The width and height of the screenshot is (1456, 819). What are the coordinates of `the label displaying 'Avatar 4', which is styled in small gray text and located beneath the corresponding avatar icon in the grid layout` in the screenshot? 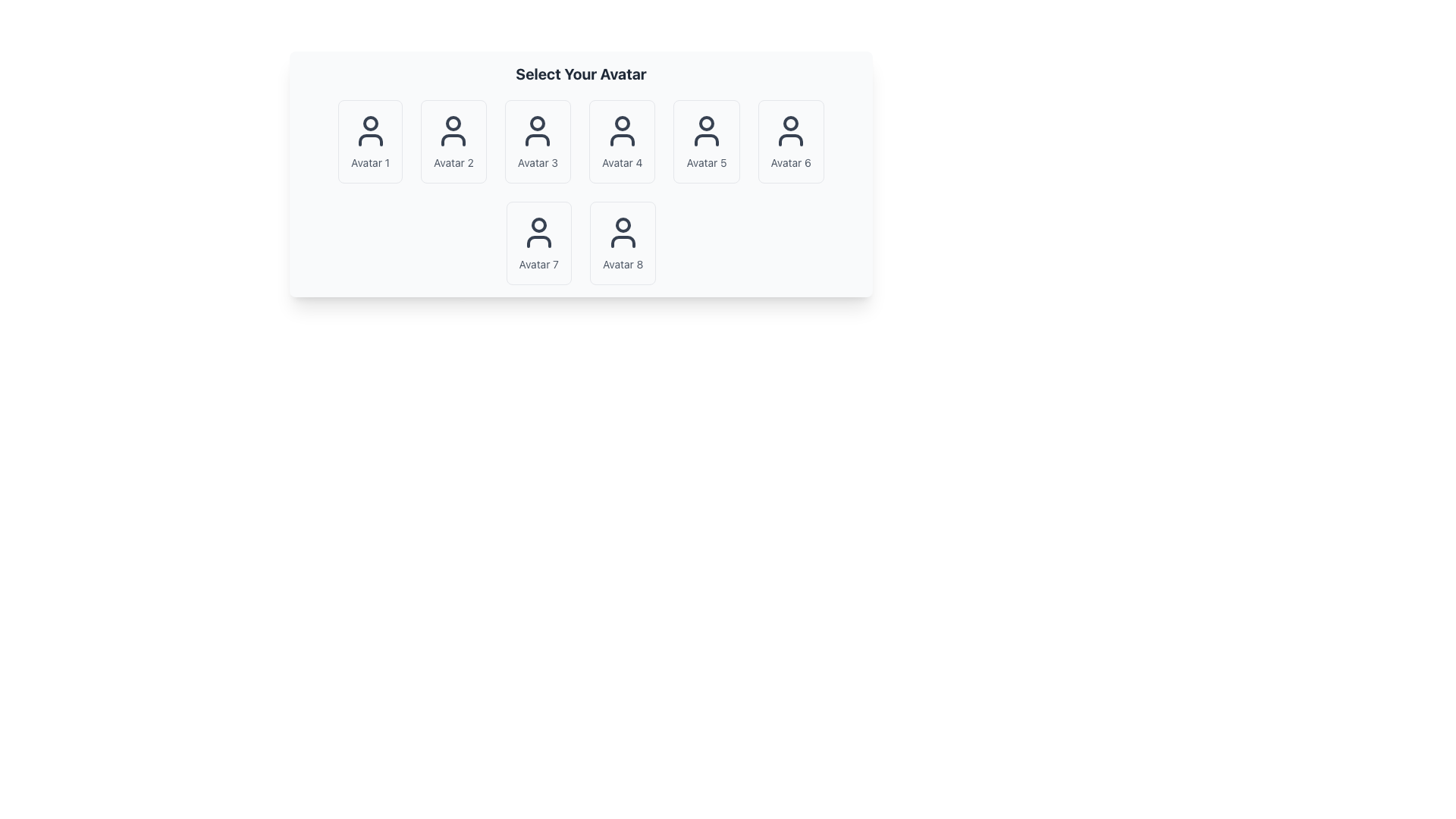 It's located at (622, 163).